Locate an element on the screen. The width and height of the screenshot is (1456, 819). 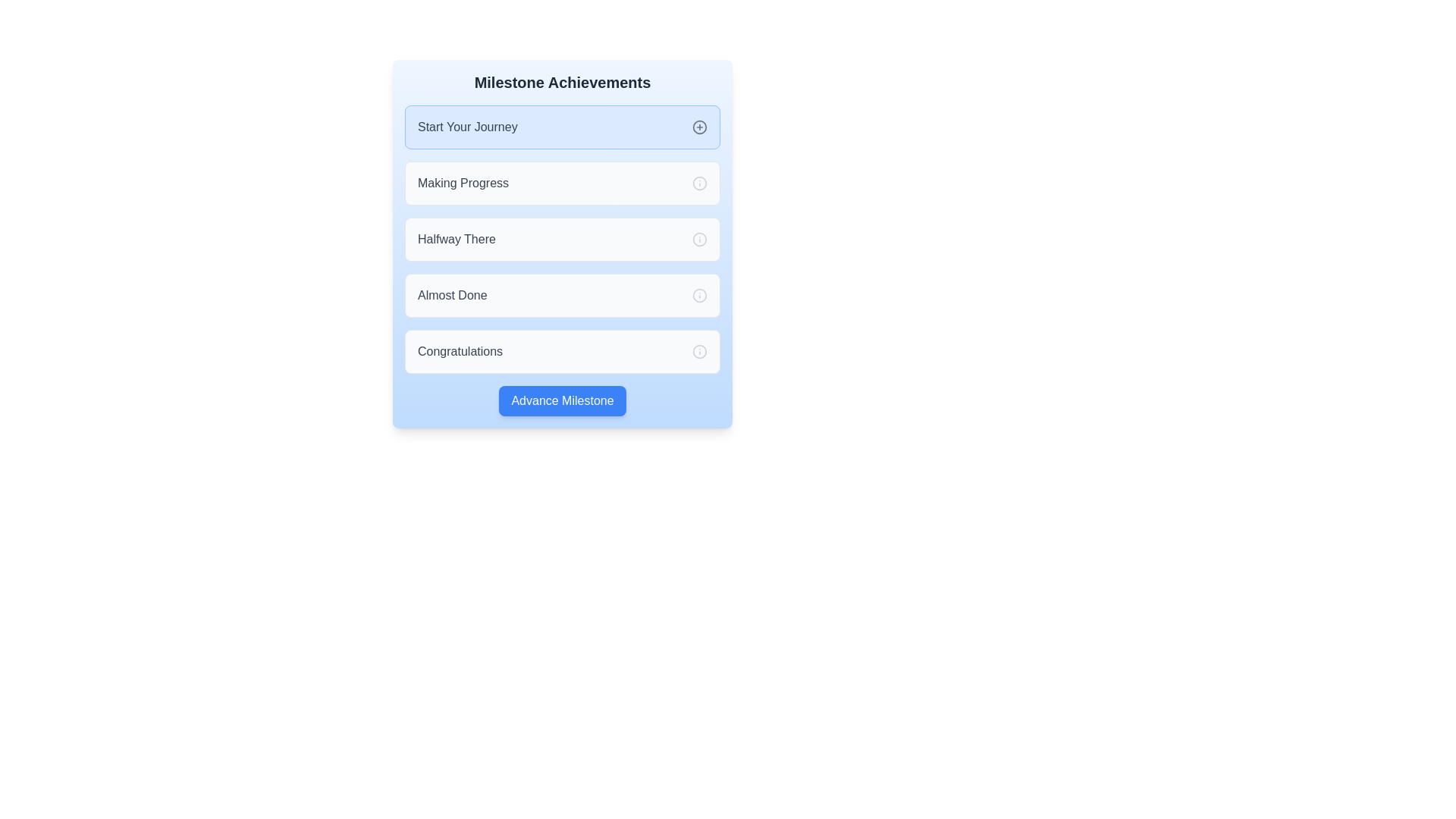
the Circle in the SVG graphic that represents the milestone in the 'Making Progress' row, which is right-aligned to the text is located at coordinates (698, 183).